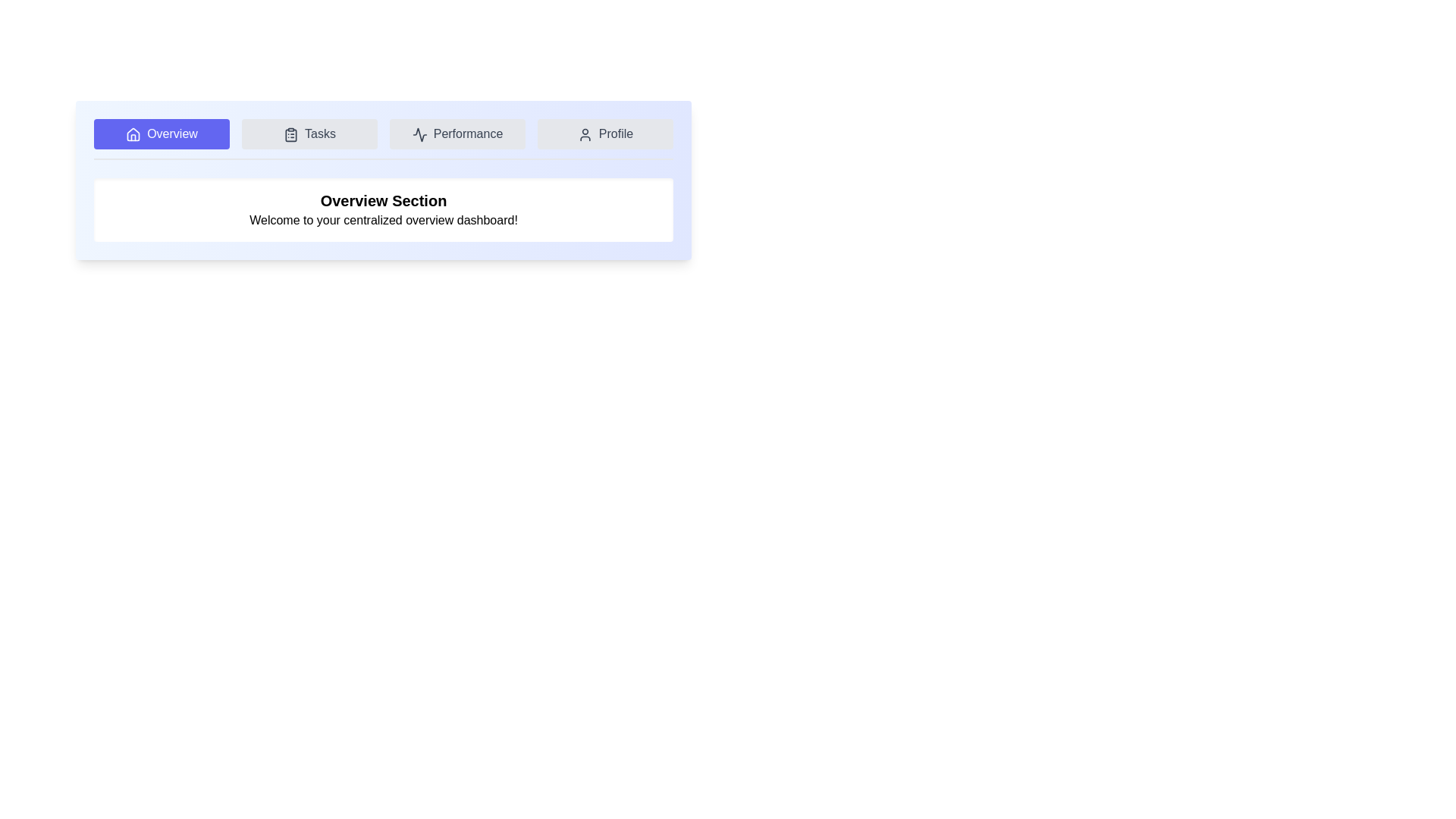 The width and height of the screenshot is (1456, 819). I want to click on the 'Tasks' button in the top menu bar, which contains the task icon to its left, so click(291, 133).